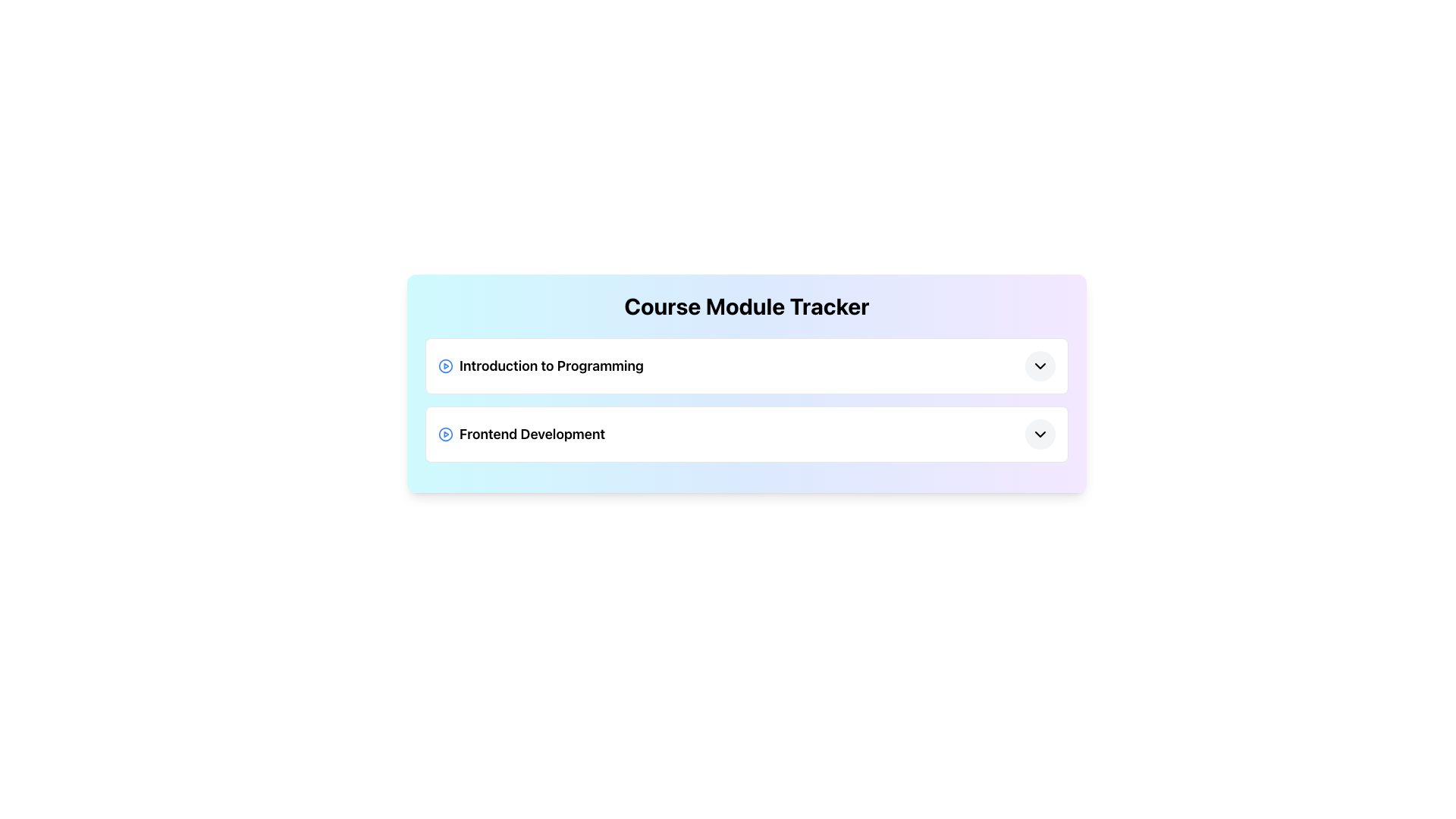 This screenshot has height=819, width=1456. What do you see at coordinates (522, 435) in the screenshot?
I see `information indicated by the text label 'Frontend Development', which is styled in a bold large font and located in the second row of course modules, adjacent to a blue play button icon` at bounding box center [522, 435].